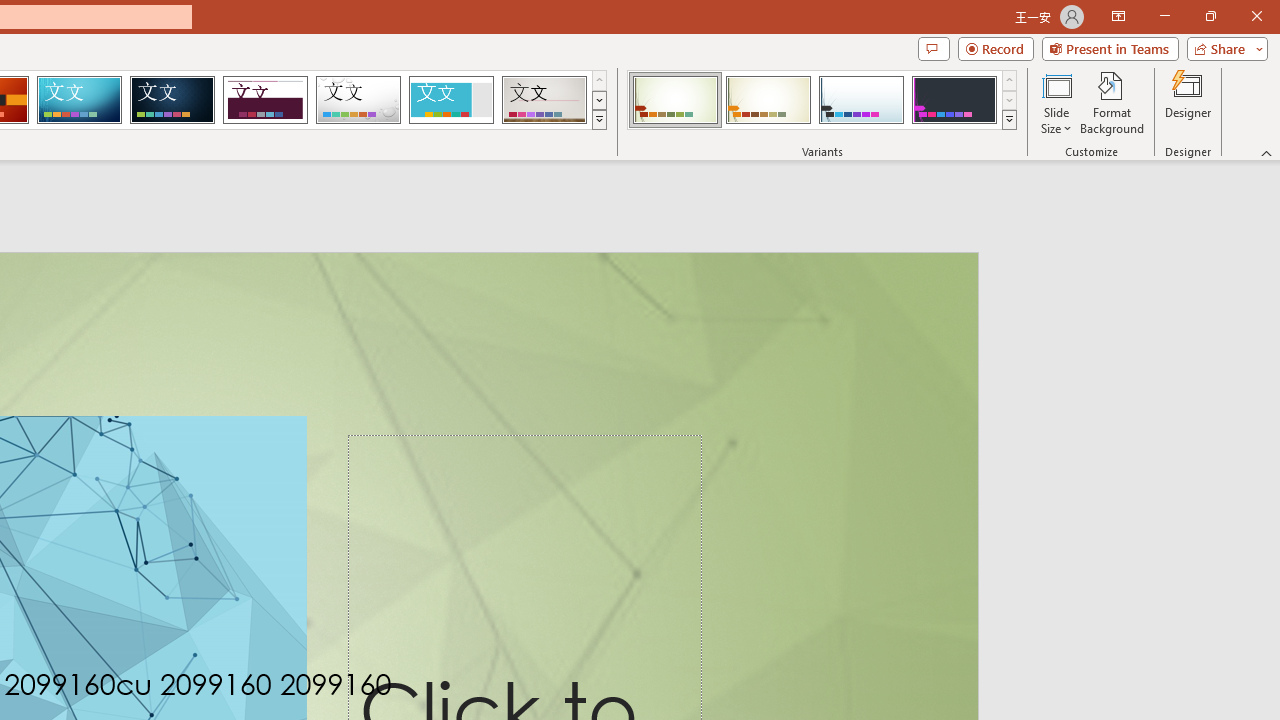 The width and height of the screenshot is (1280, 720). Describe the element at coordinates (767, 100) in the screenshot. I see `'Wisp Variant 2'` at that location.